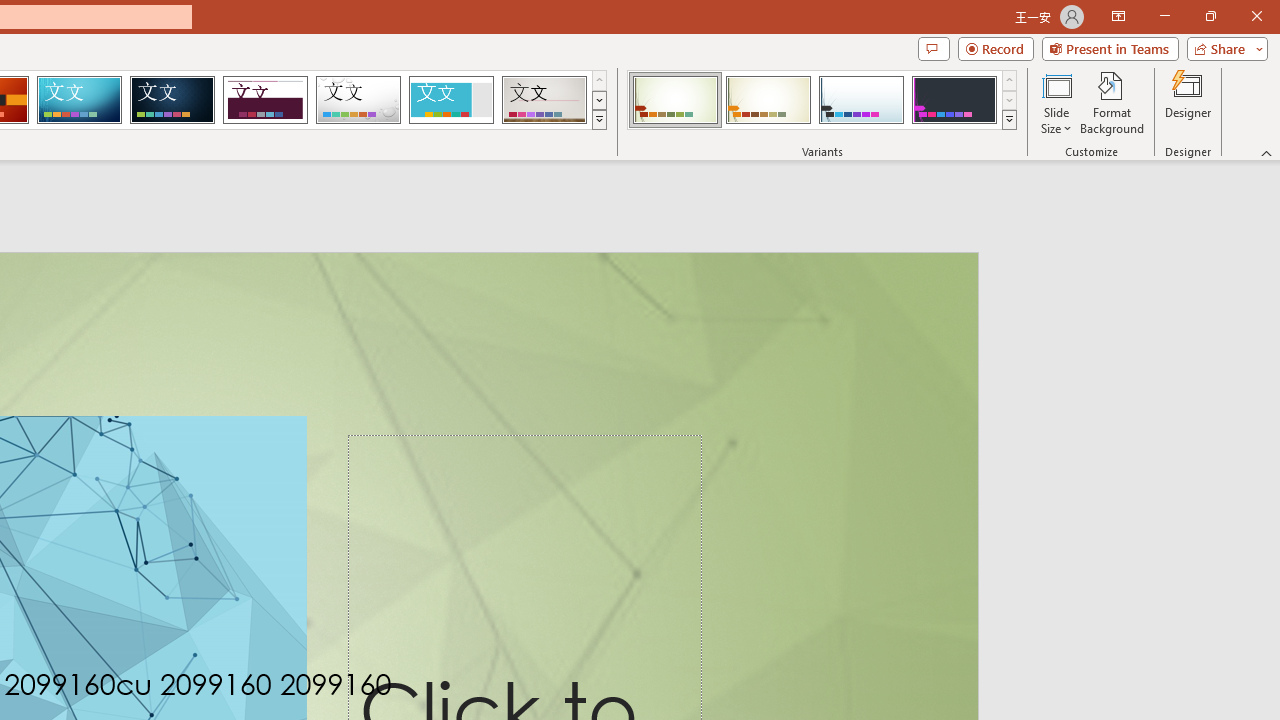 The width and height of the screenshot is (1280, 720). Describe the element at coordinates (767, 100) in the screenshot. I see `'Wisp Variant 2'` at that location.